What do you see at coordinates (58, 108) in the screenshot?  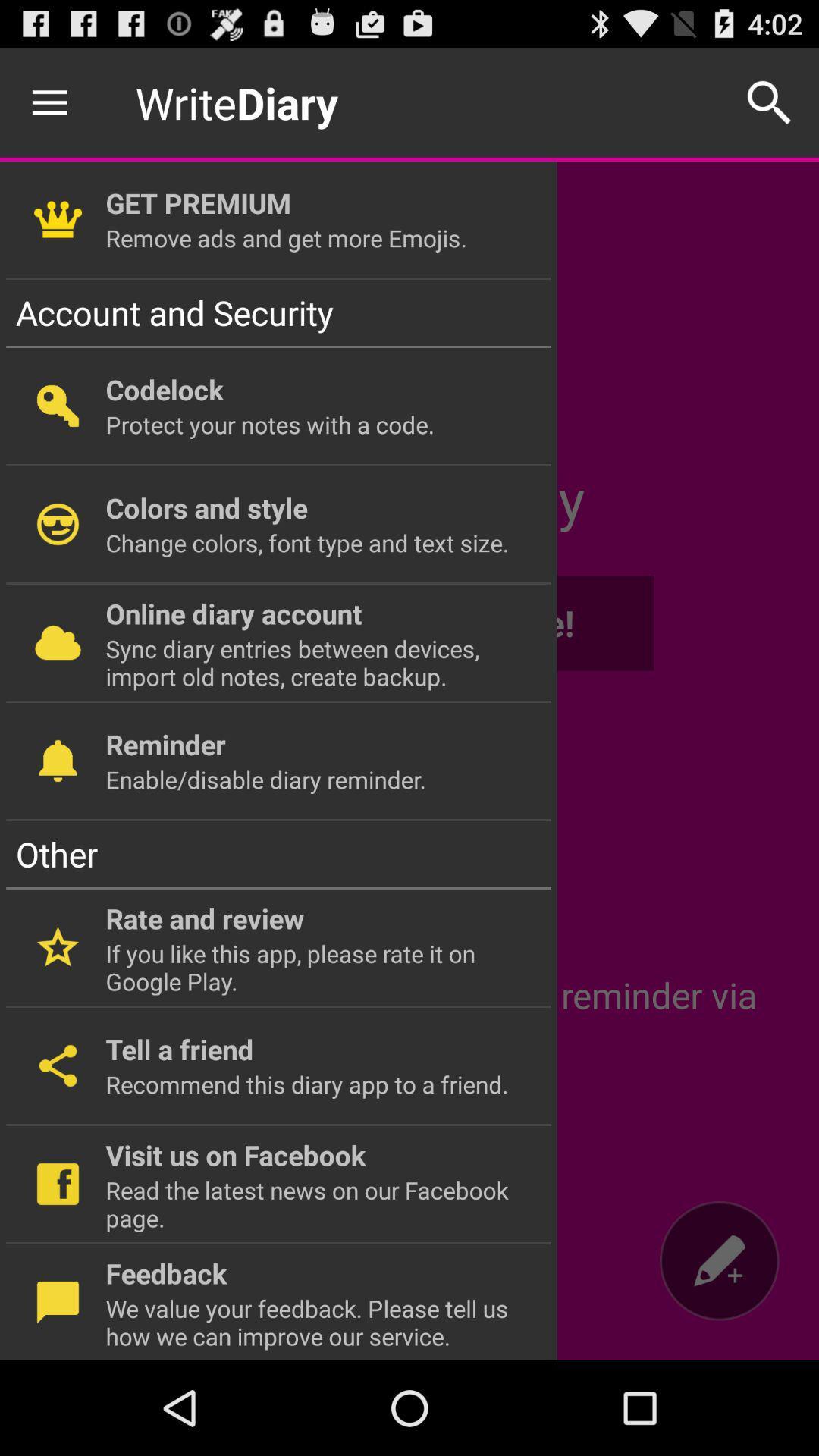 I see `the menu icon` at bounding box center [58, 108].